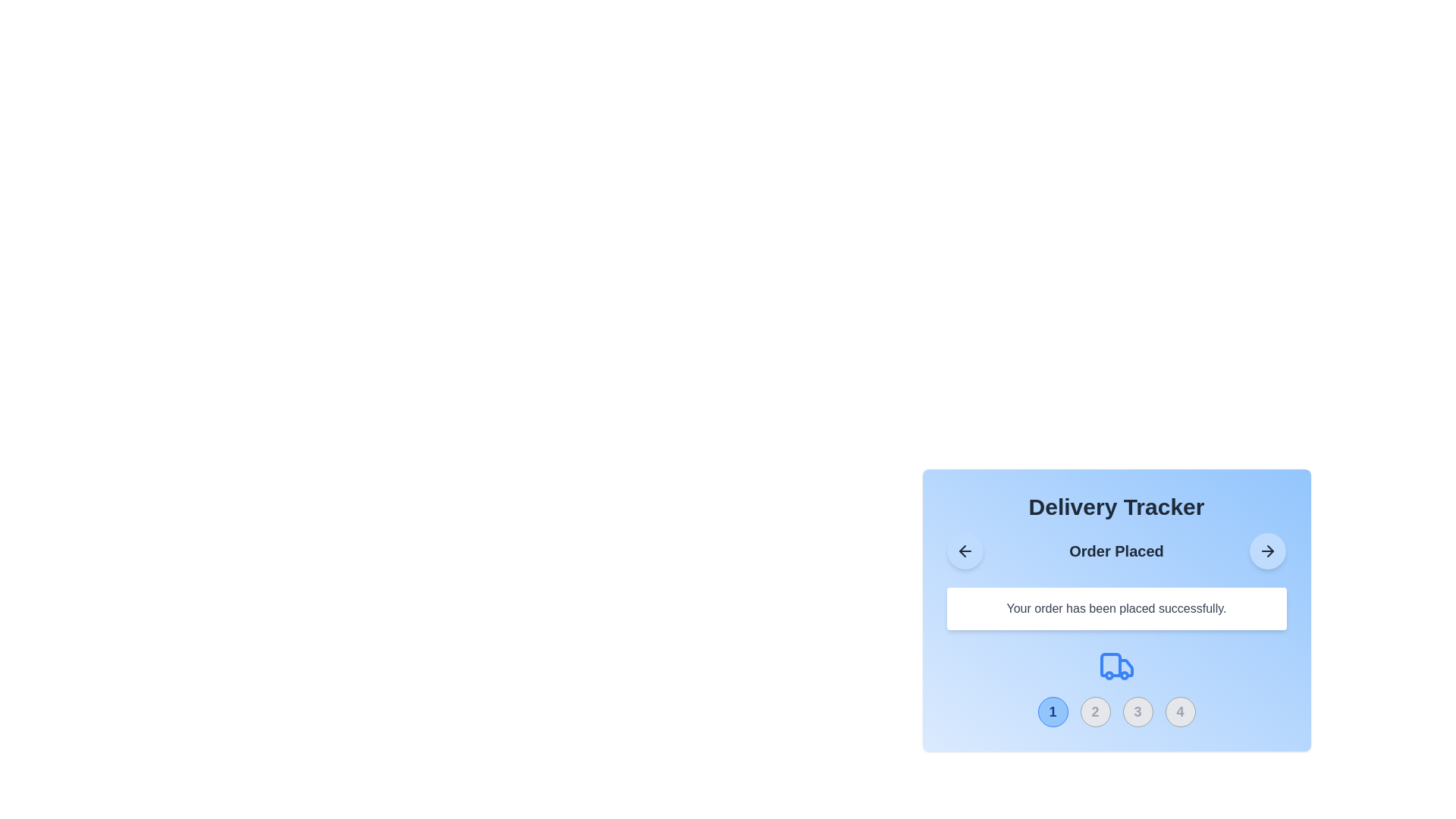  I want to click on the Text display box that confirms the order has been successfully placed, located under the 'Order Placed' heading in the 'Delivery Tracker' section, so click(1116, 607).